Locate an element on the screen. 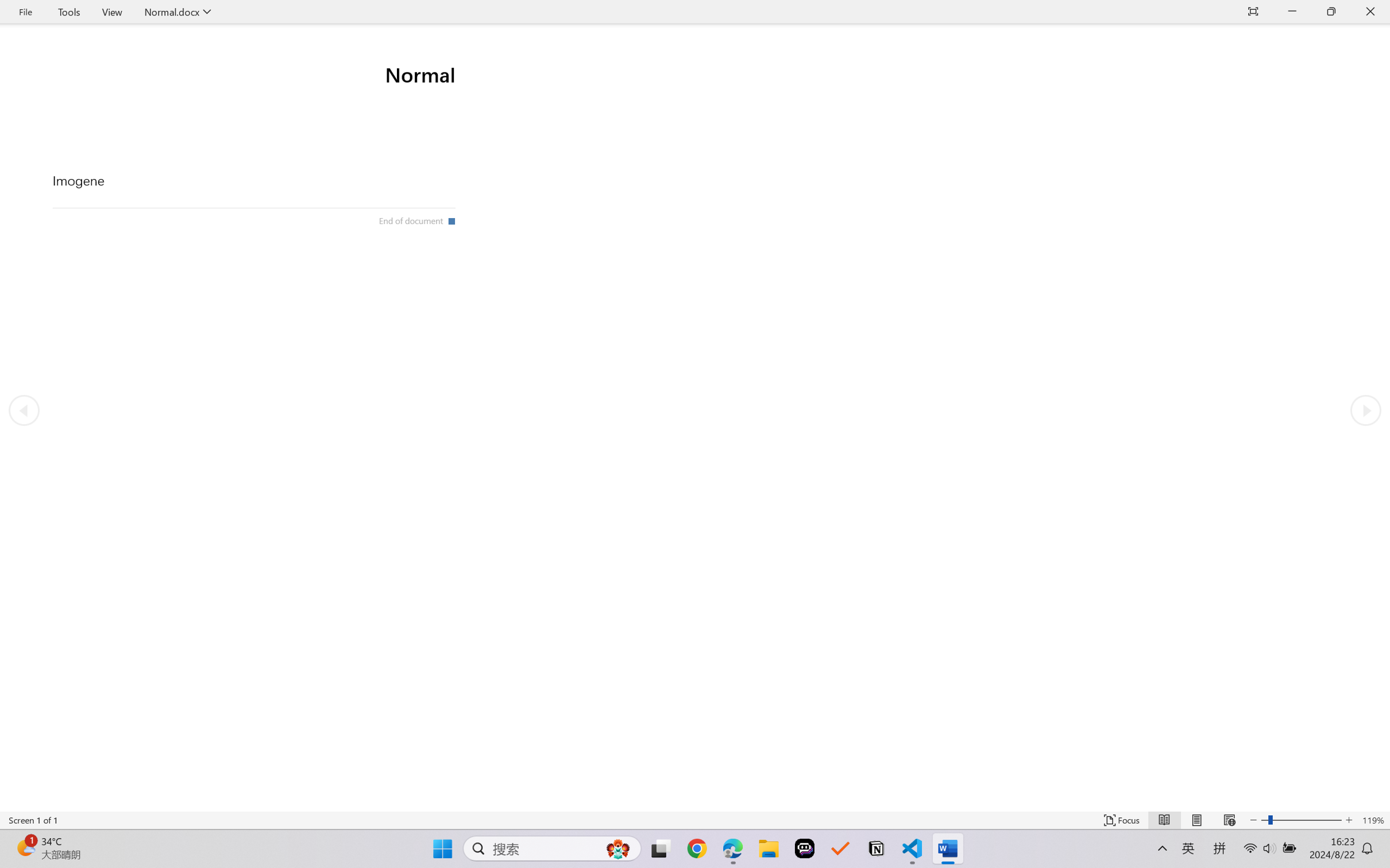 This screenshot has height=868, width=1390. 'Page Number Screen 1 of 1 ' is located at coordinates (33, 820).